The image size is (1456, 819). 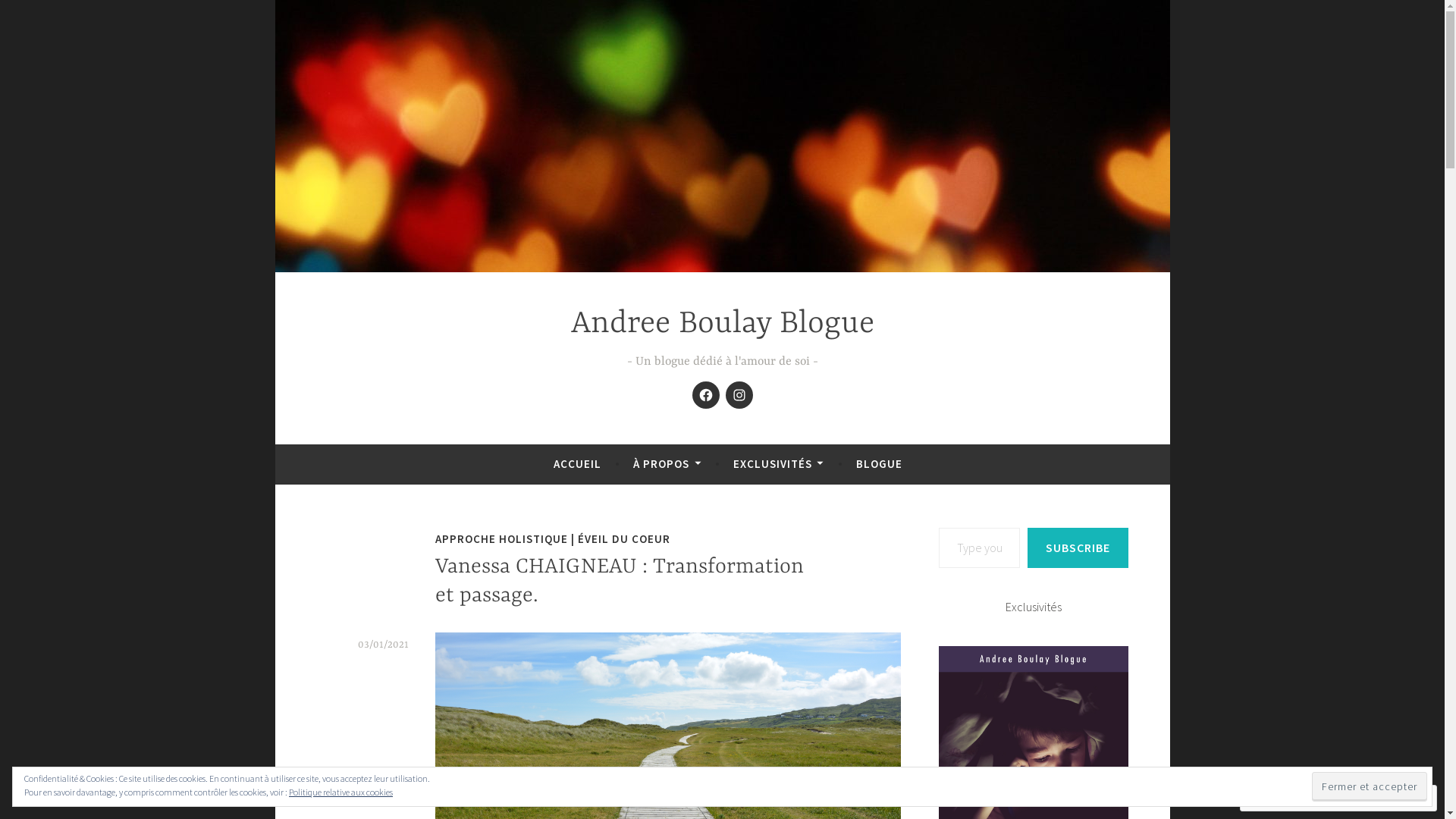 What do you see at coordinates (576, 463) in the screenshot?
I see `'ACCUEIL'` at bounding box center [576, 463].